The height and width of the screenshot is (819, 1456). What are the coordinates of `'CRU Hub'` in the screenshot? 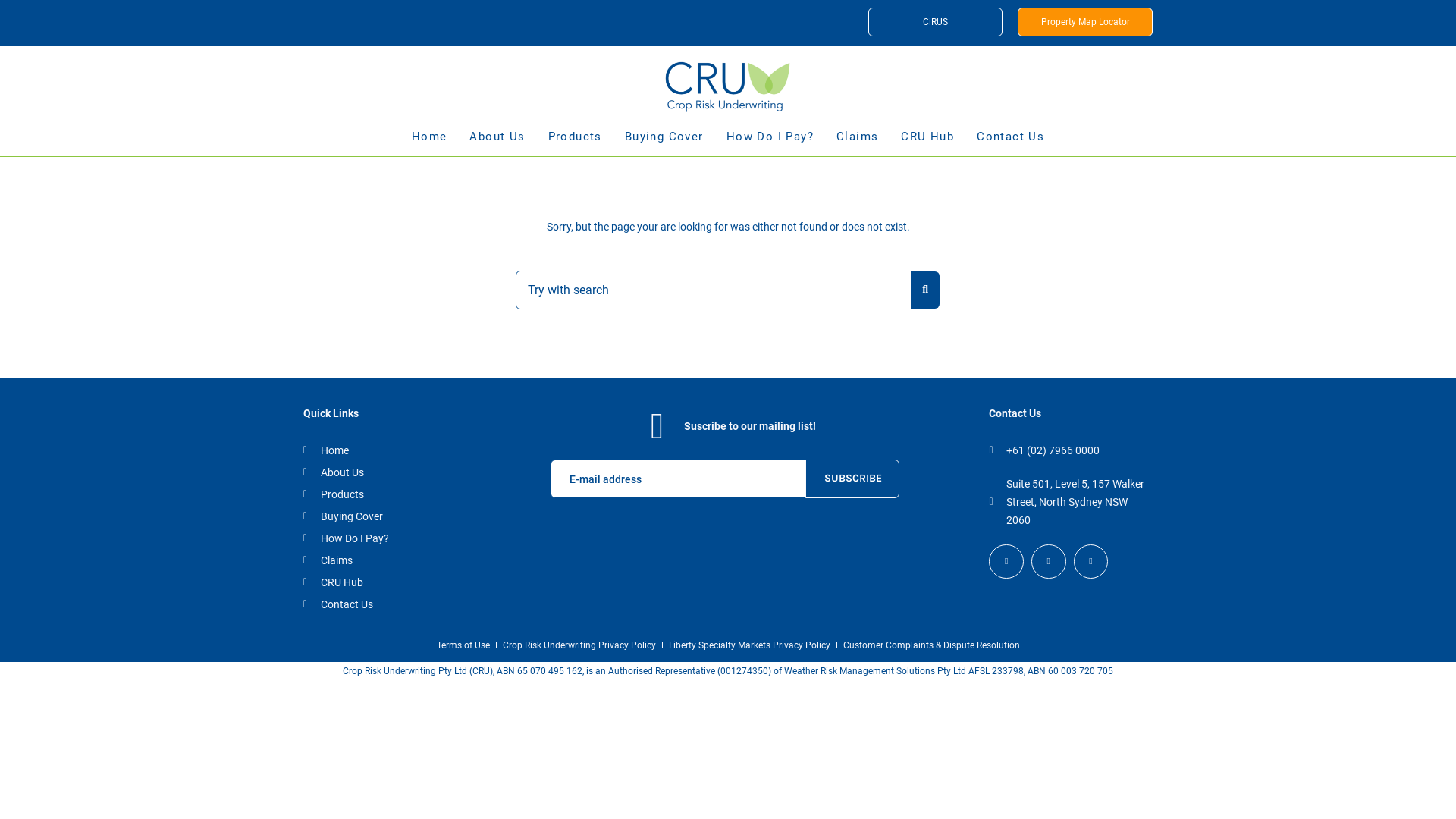 It's located at (382, 581).